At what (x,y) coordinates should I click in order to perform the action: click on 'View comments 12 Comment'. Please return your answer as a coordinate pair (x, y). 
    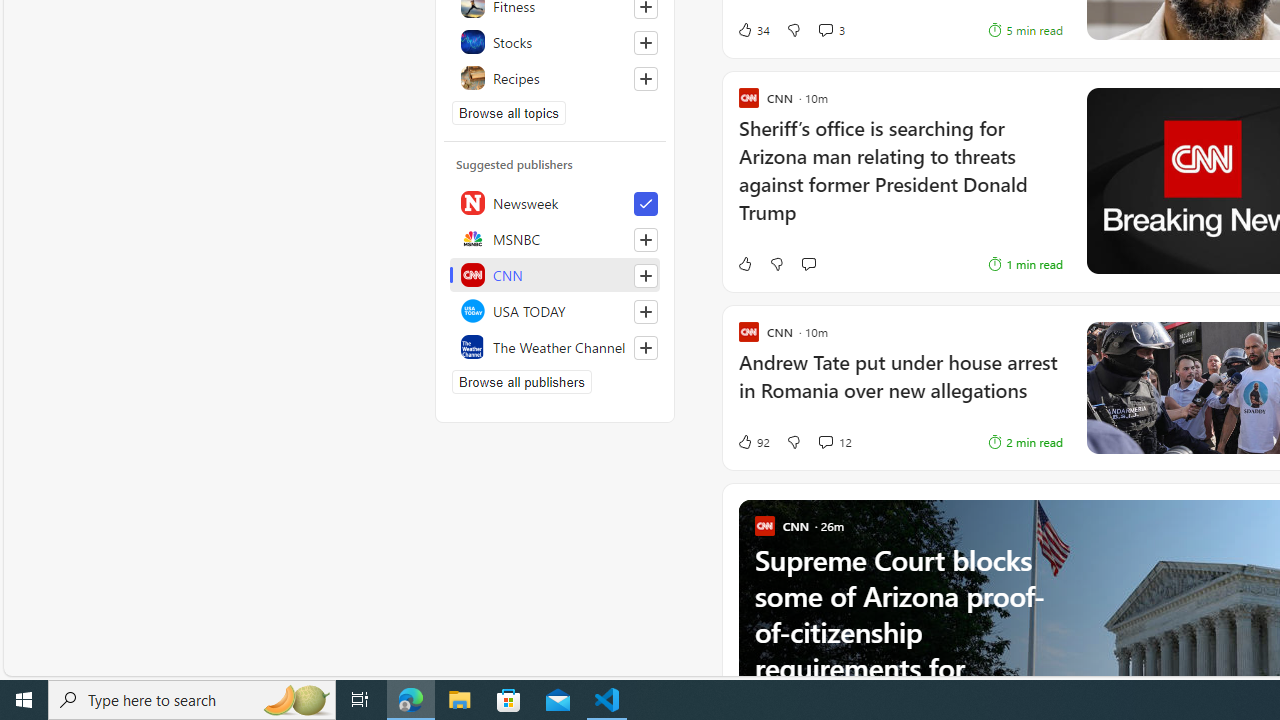
    Looking at the image, I should click on (825, 441).